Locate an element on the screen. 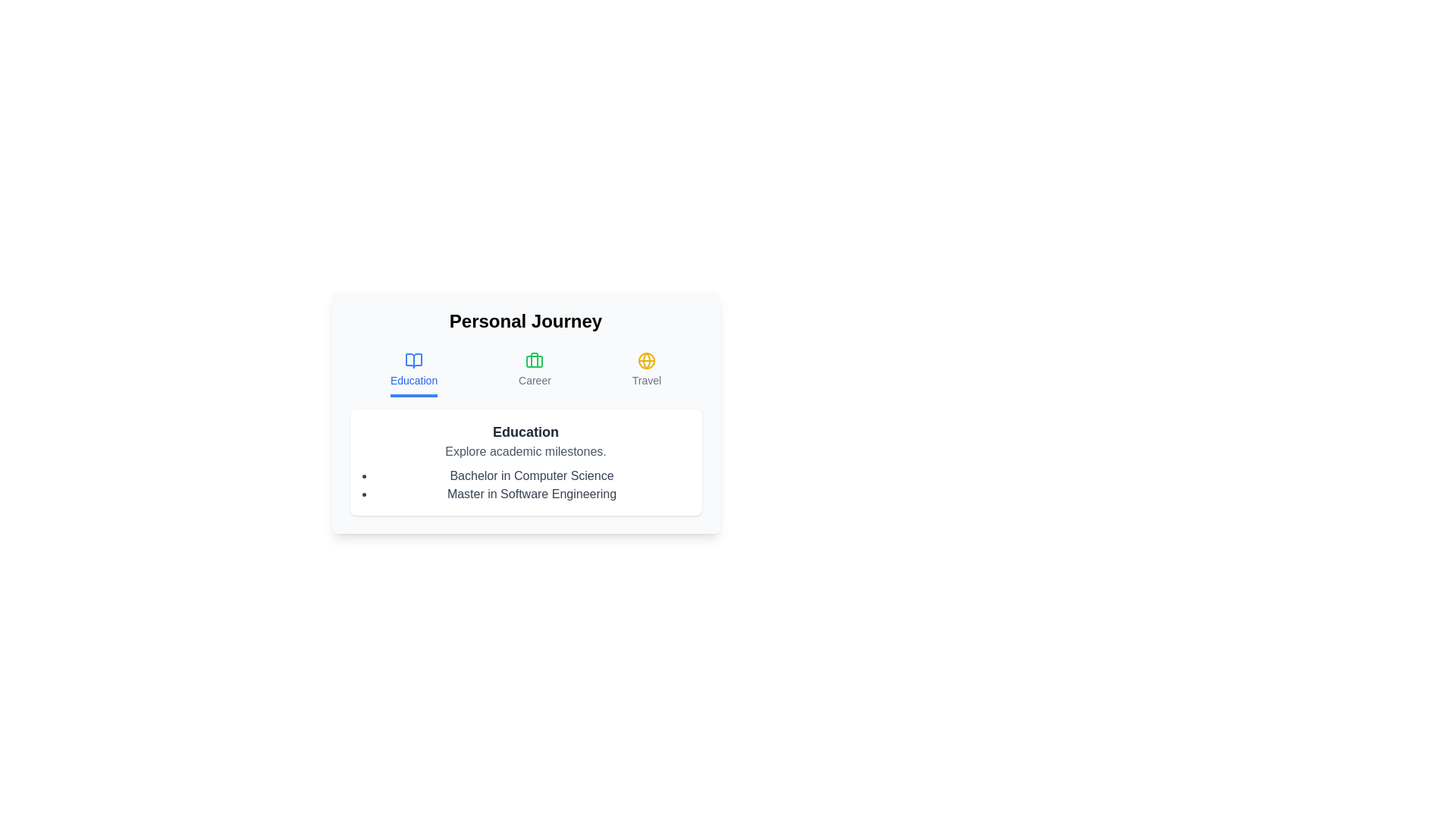  the descriptive text element located directly below the 'Education' header, which introduces the educational milestones is located at coordinates (526, 451).